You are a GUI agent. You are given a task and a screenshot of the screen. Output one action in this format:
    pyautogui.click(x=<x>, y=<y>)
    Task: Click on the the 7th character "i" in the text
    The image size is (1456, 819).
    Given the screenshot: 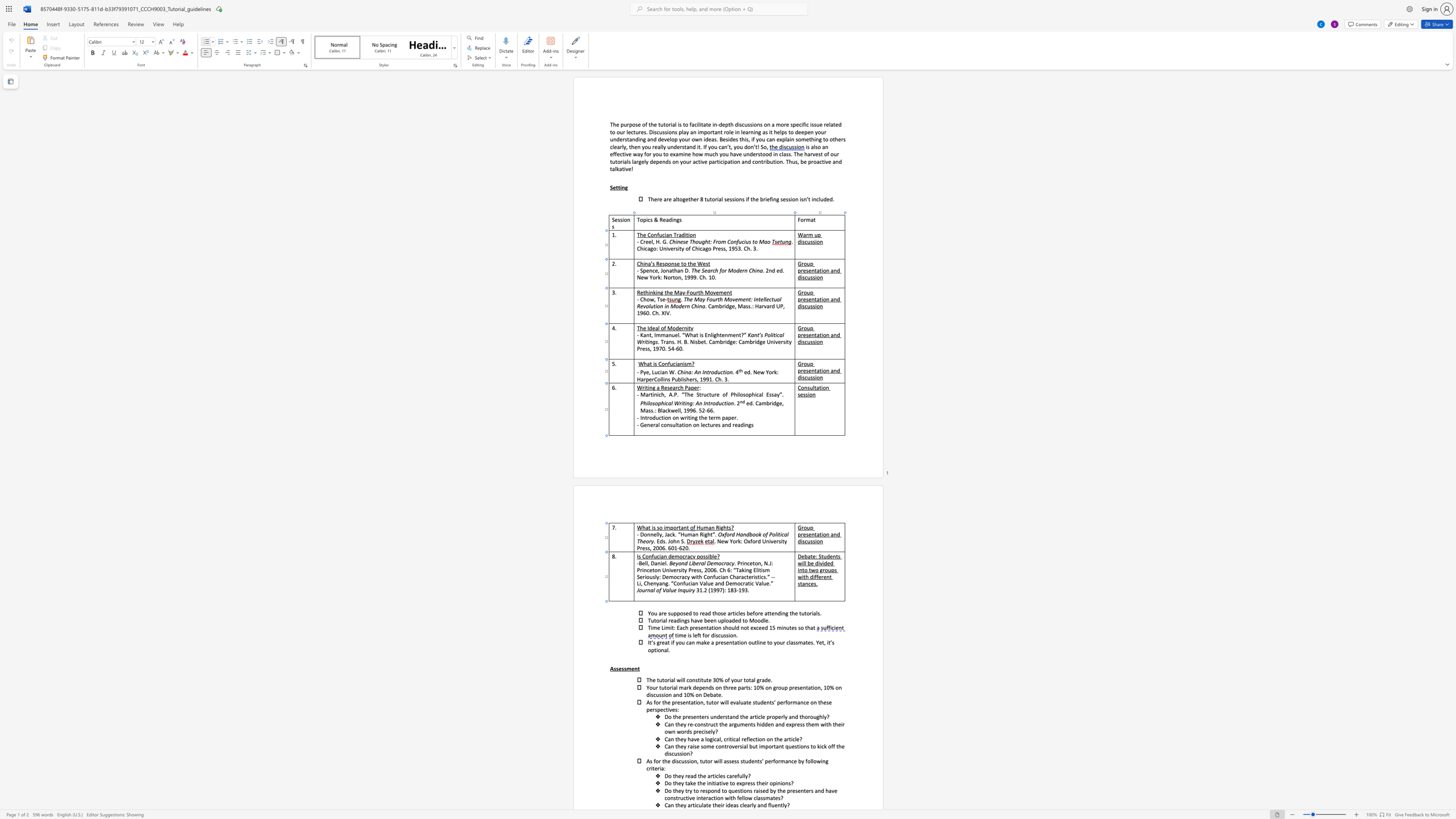 What is the action you would take?
    pyautogui.click(x=682, y=753)
    